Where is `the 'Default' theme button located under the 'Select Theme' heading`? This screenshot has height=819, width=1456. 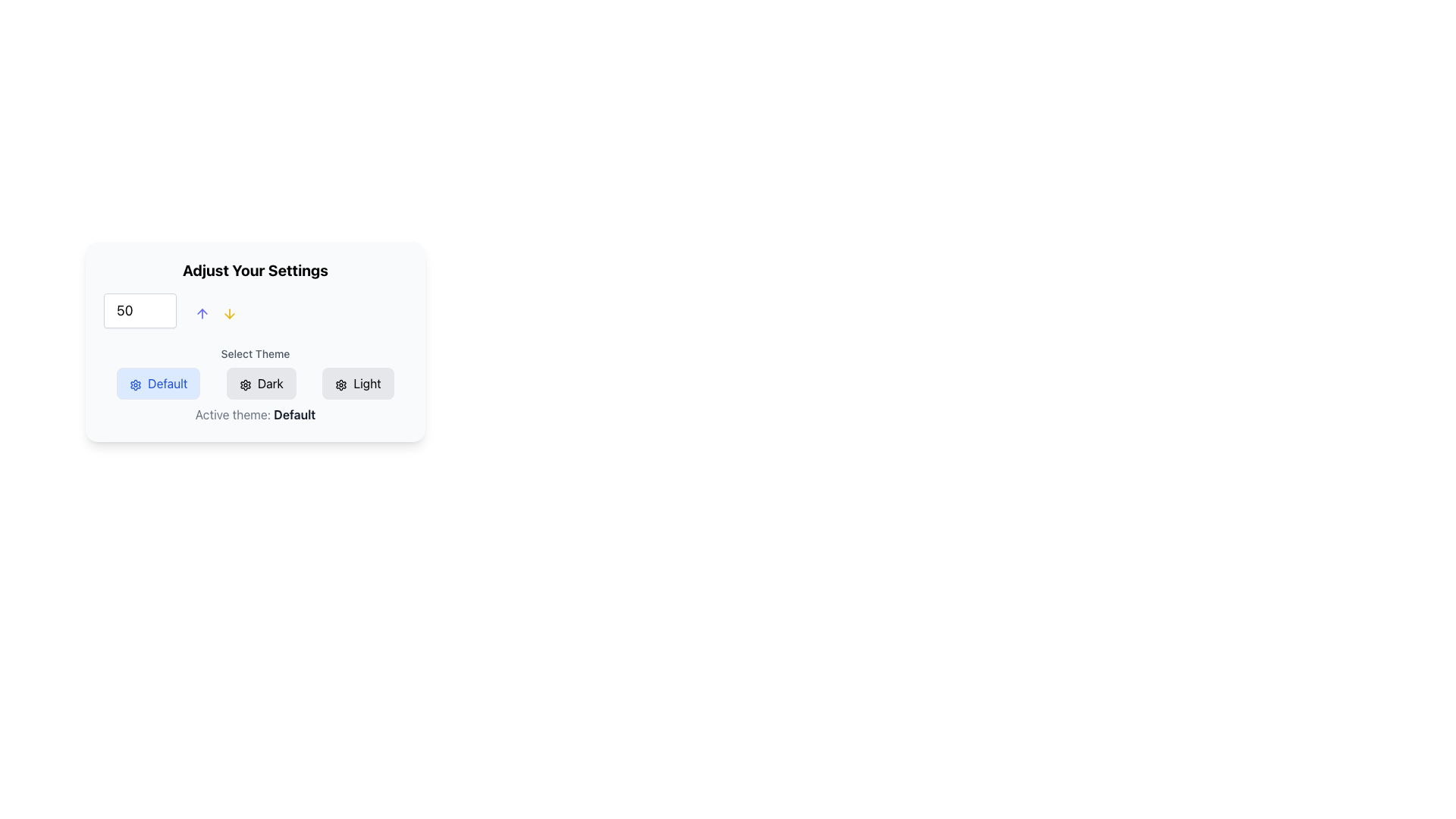
the 'Default' theme button located under the 'Select Theme' heading is located at coordinates (158, 382).